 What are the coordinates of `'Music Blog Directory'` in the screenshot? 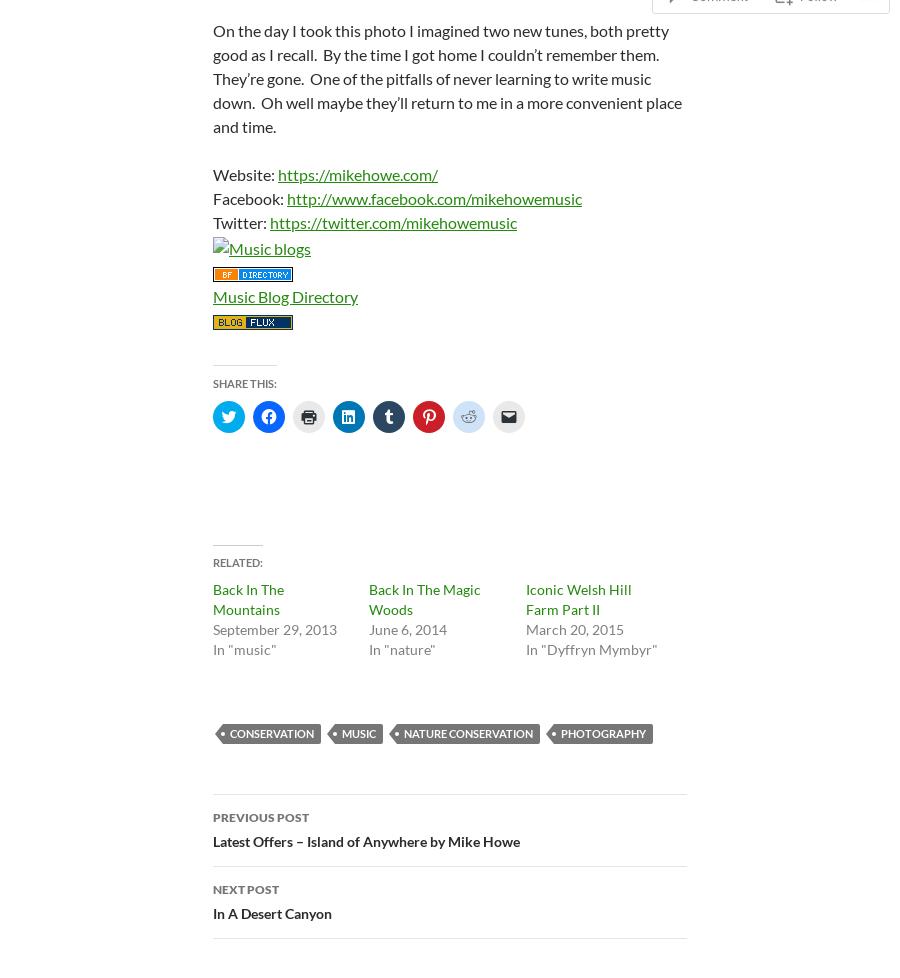 It's located at (284, 294).